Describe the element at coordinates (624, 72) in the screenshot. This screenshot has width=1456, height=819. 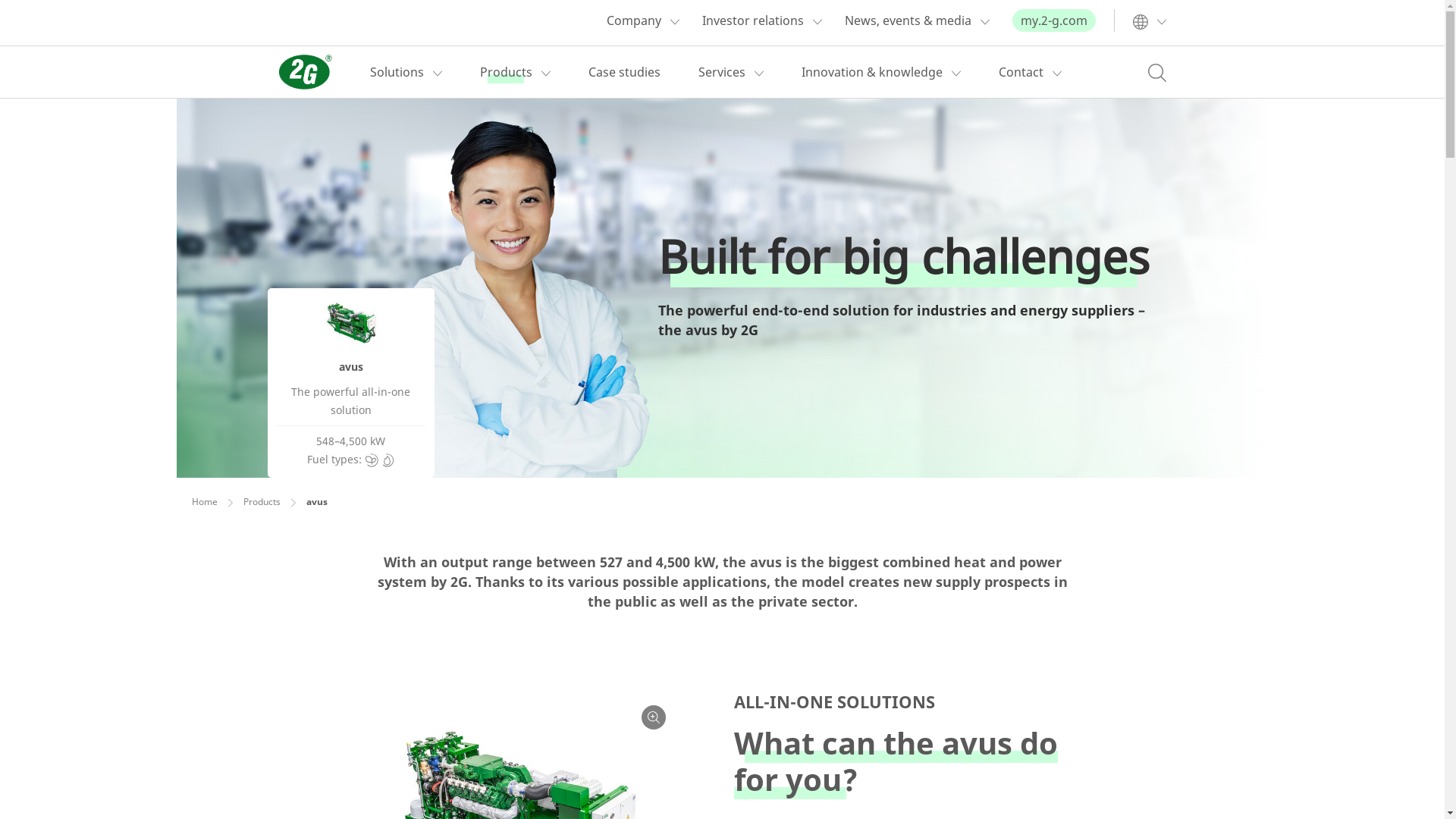
I see `'Case studies'` at that location.